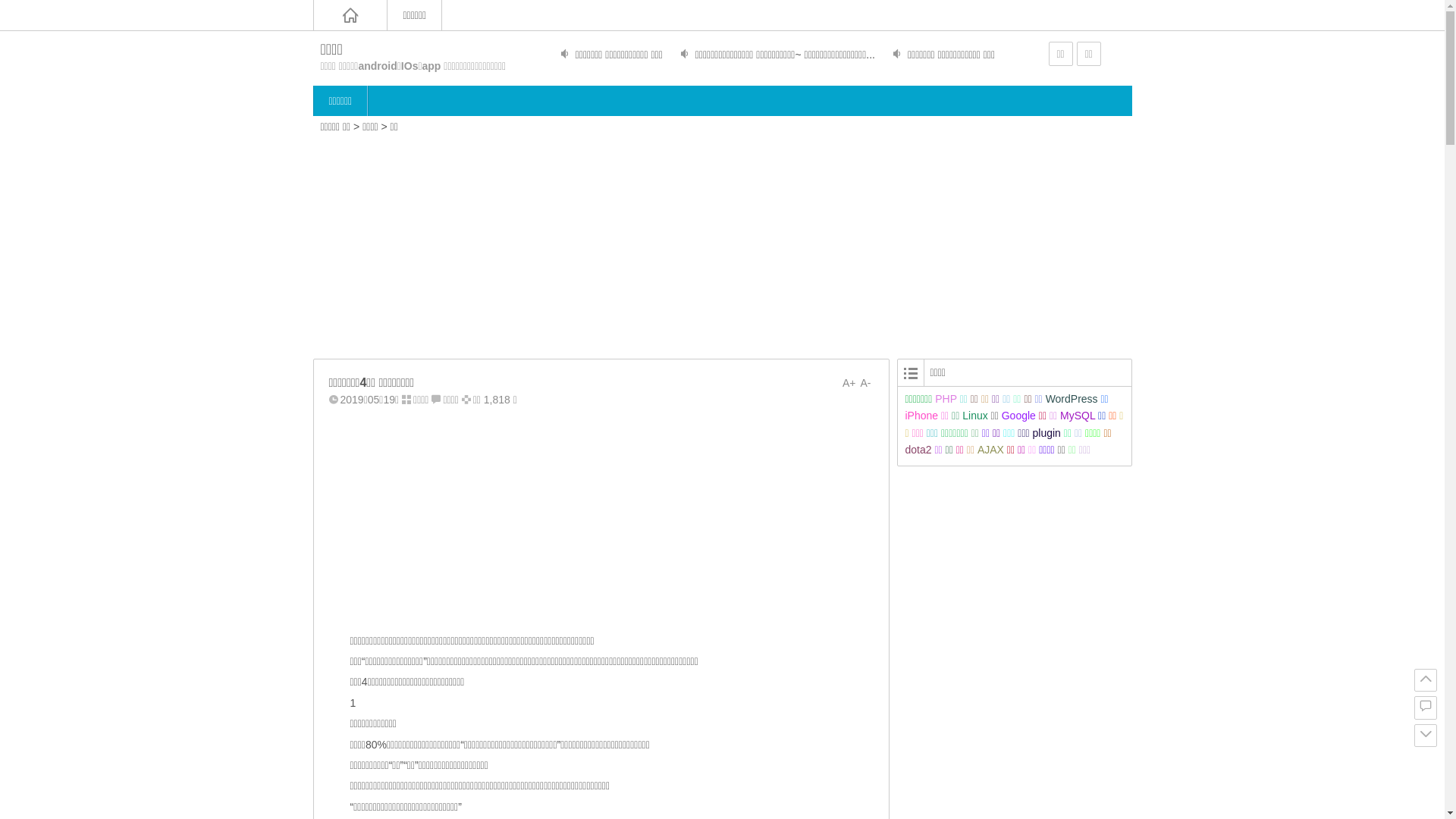 Image resolution: width=1456 pixels, height=819 pixels. Describe the element at coordinates (1059, 415) in the screenshot. I see `'MySQL'` at that location.